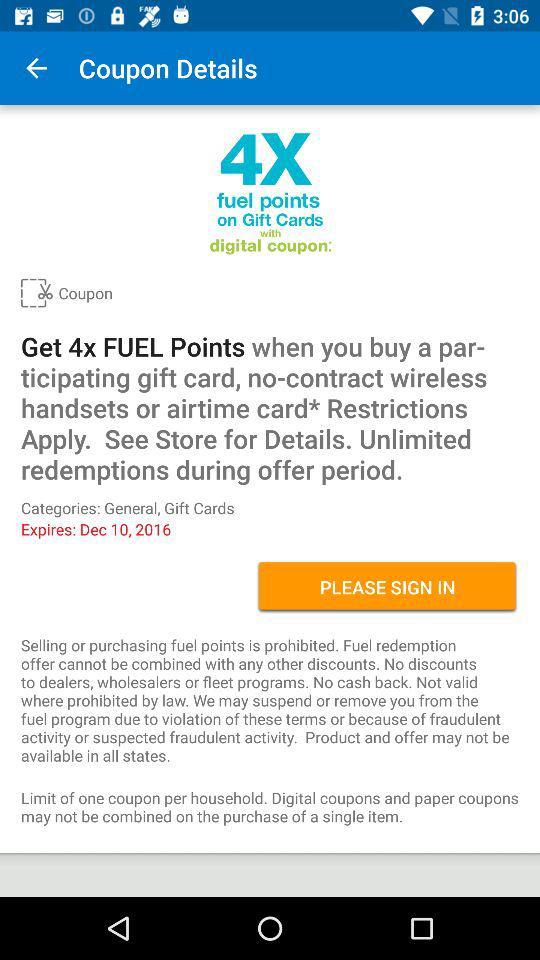 This screenshot has width=540, height=960. Describe the element at coordinates (387, 587) in the screenshot. I see `the please sign in item` at that location.